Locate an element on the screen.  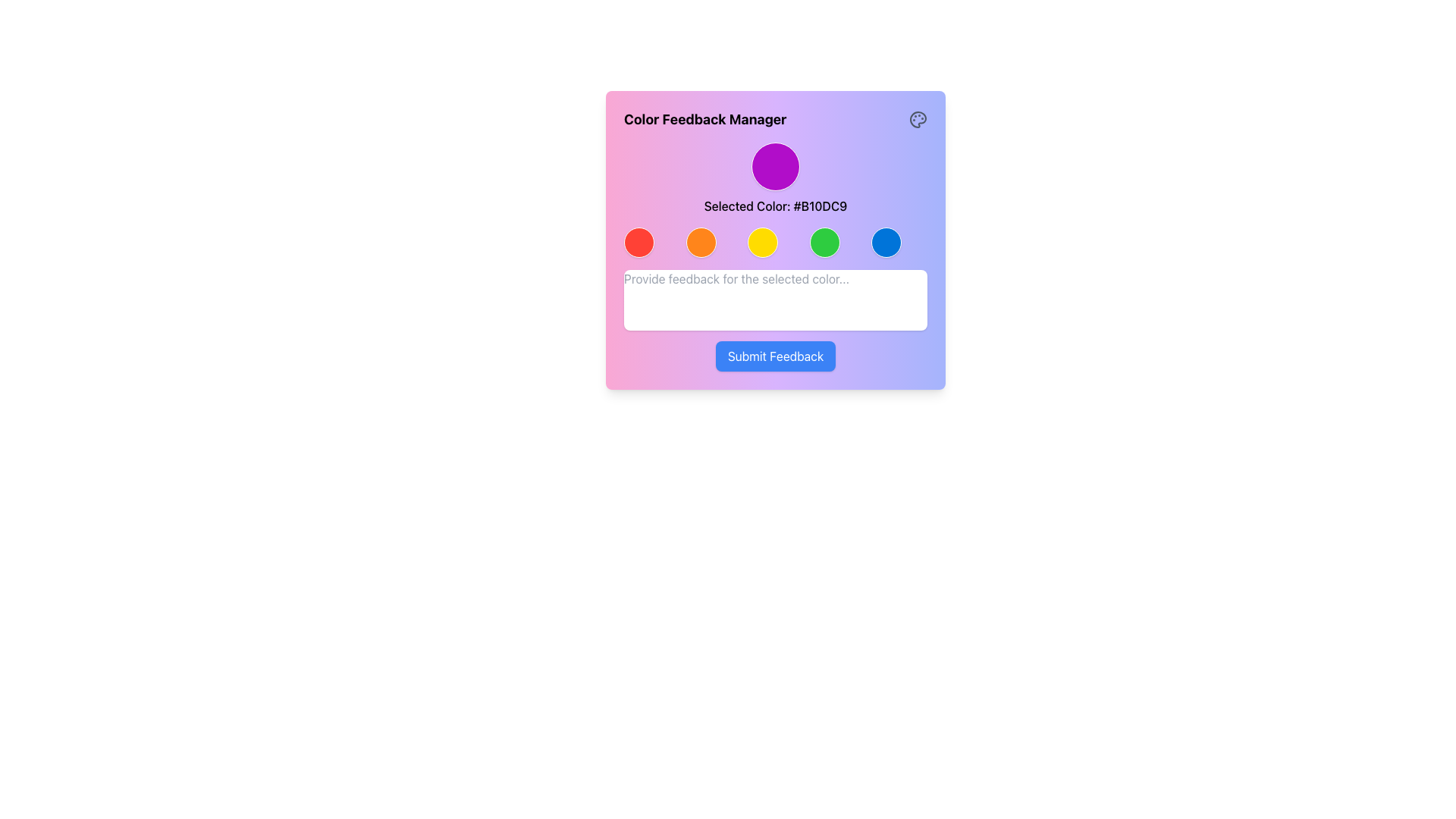
the circular green button with a smooth gradient background and a white outline is located at coordinates (824, 242).